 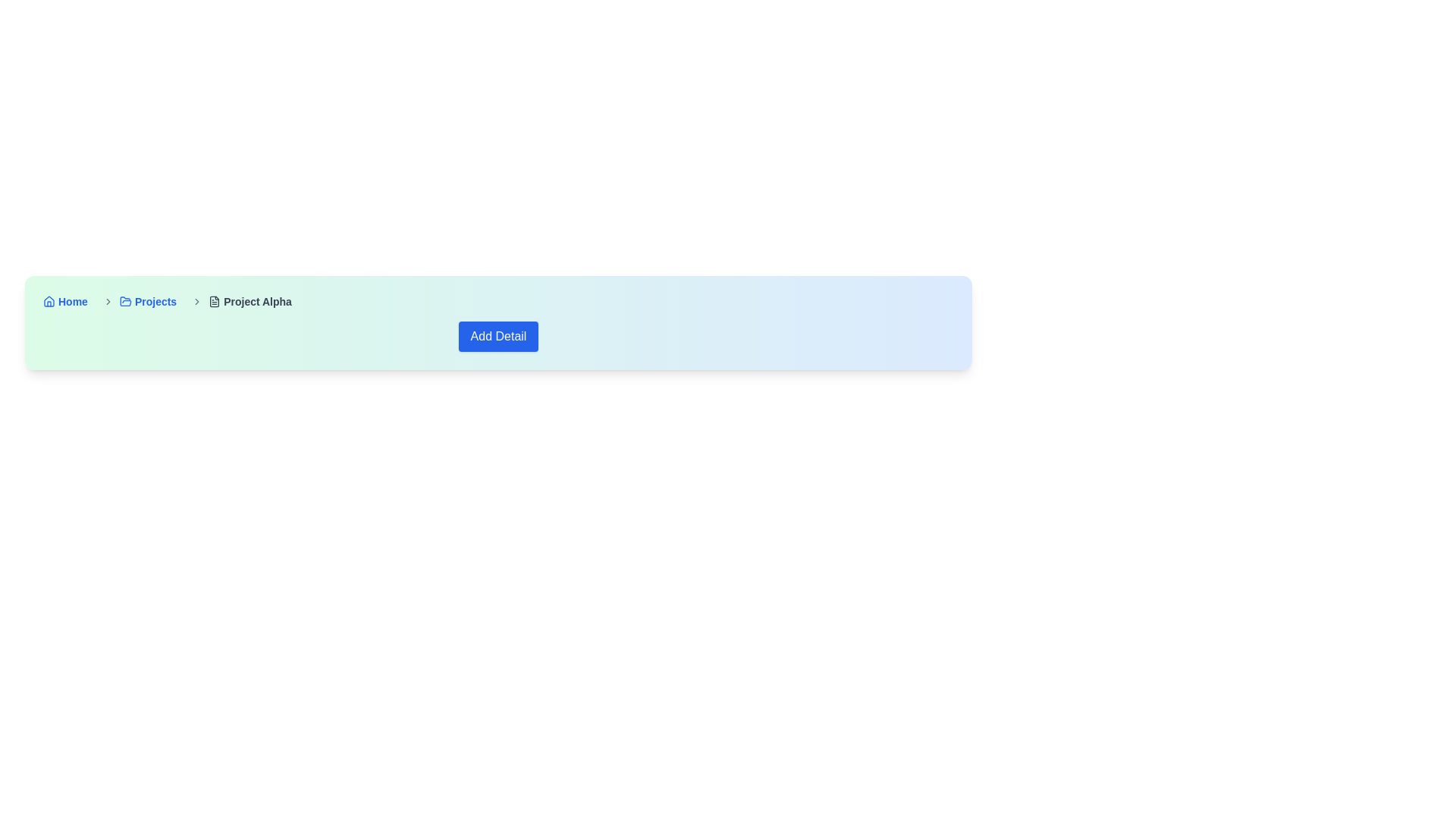 What do you see at coordinates (214, 301) in the screenshot?
I see `the SVG-based document icon located in the breadcrumb navigation bar, positioned between the 'Projects' link and the 'Project Alpha' label` at bounding box center [214, 301].